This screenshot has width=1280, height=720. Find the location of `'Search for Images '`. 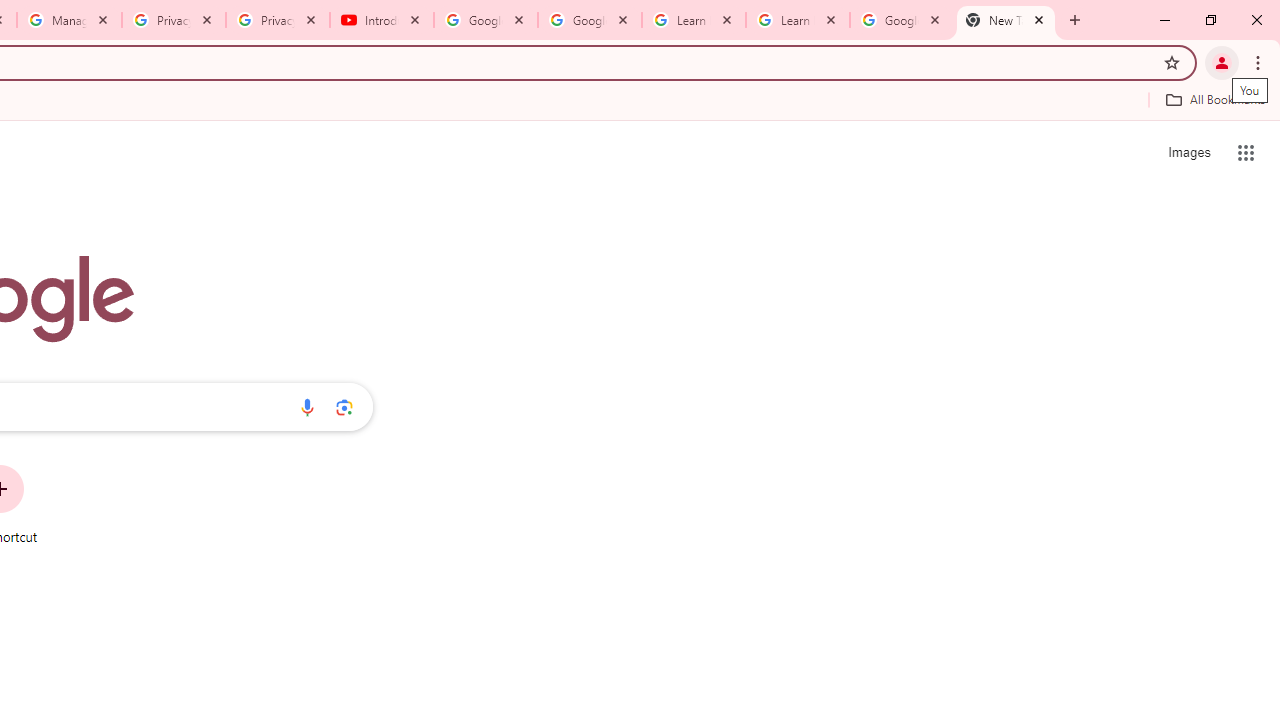

'Search for Images ' is located at coordinates (1189, 152).